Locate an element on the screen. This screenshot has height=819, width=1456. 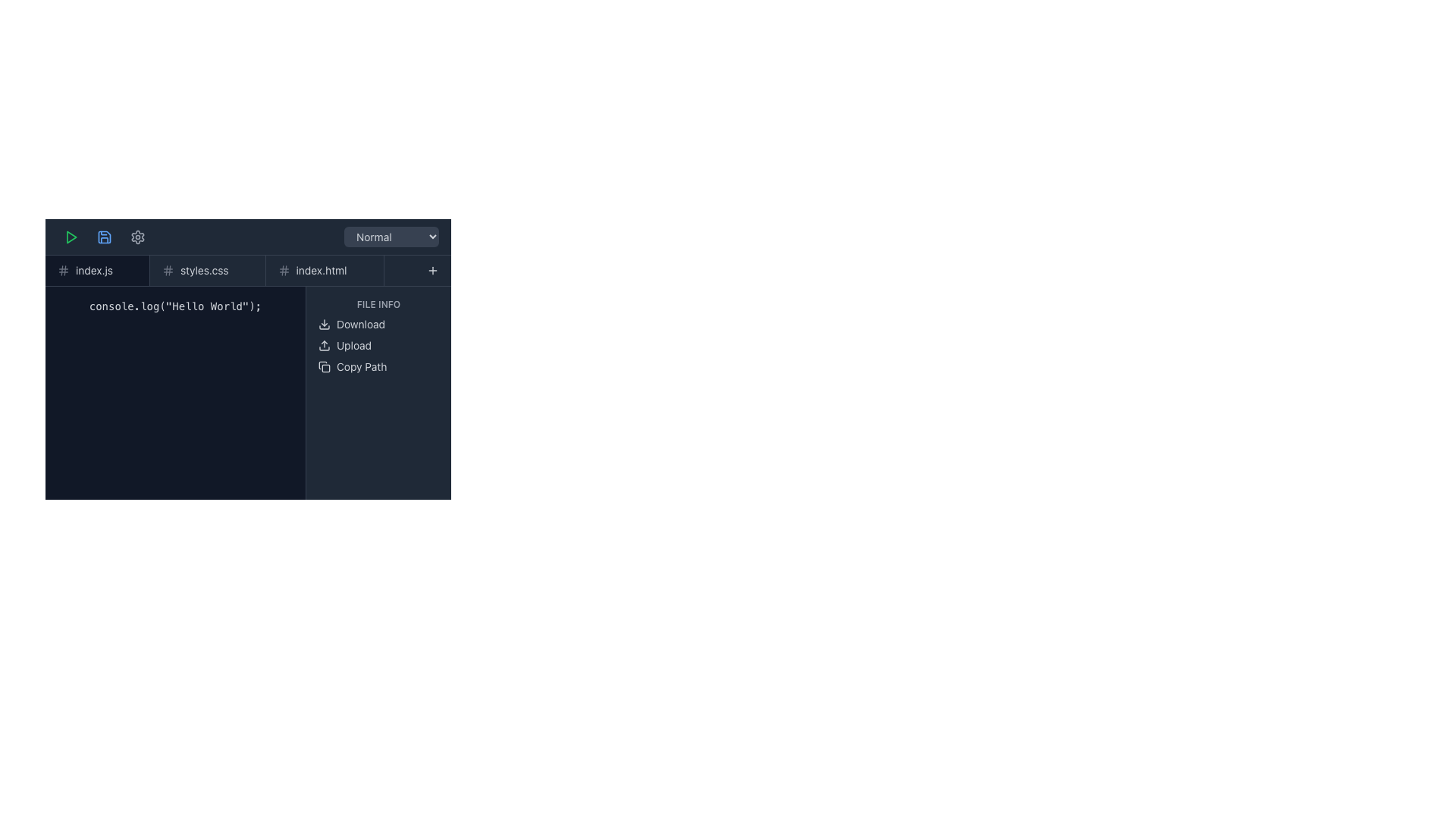
the gear-shaped icon in the header bar is located at coordinates (138, 237).